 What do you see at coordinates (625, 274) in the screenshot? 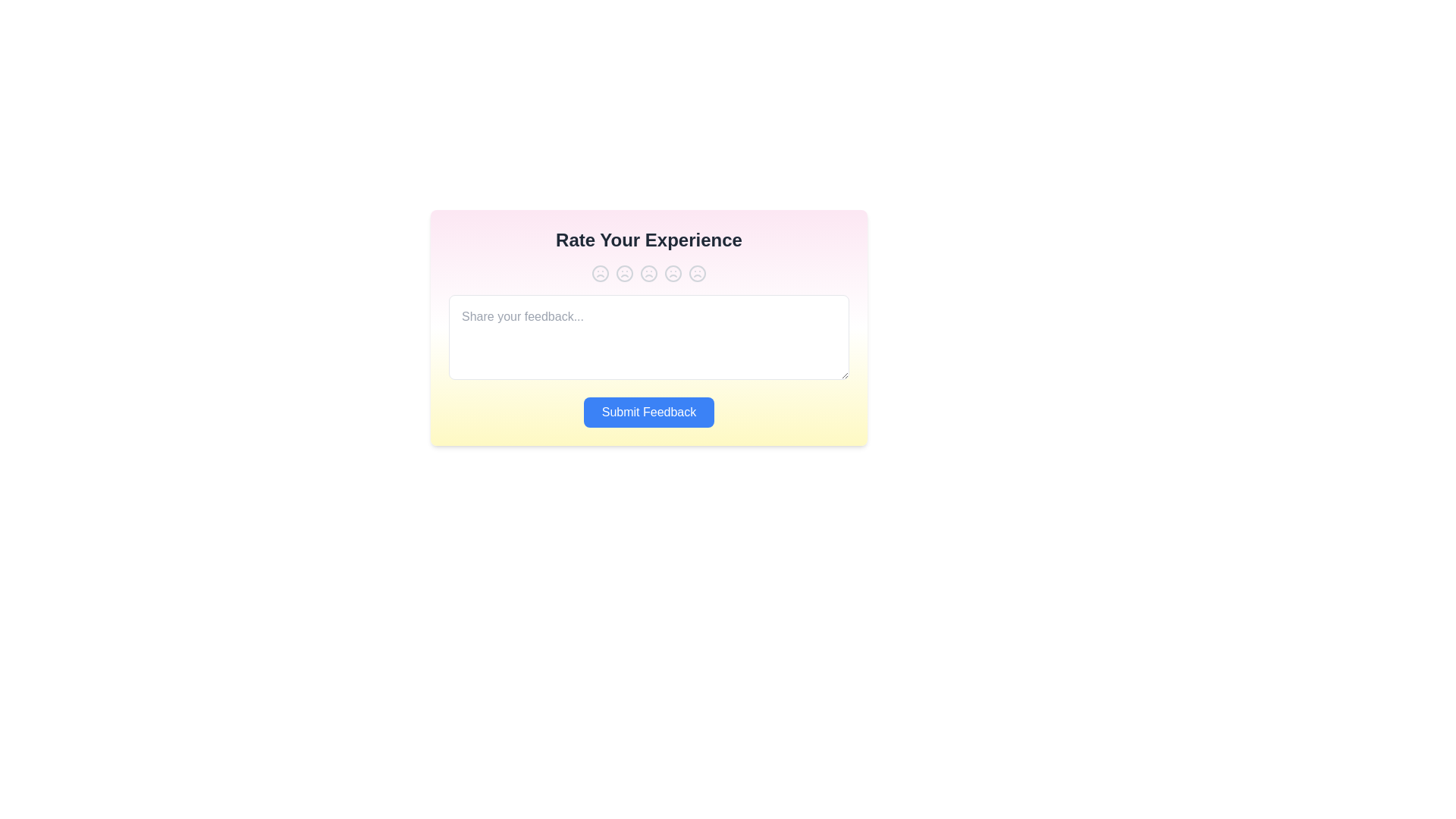
I see `the experience rating to 2 by clicking the corresponding button` at bounding box center [625, 274].